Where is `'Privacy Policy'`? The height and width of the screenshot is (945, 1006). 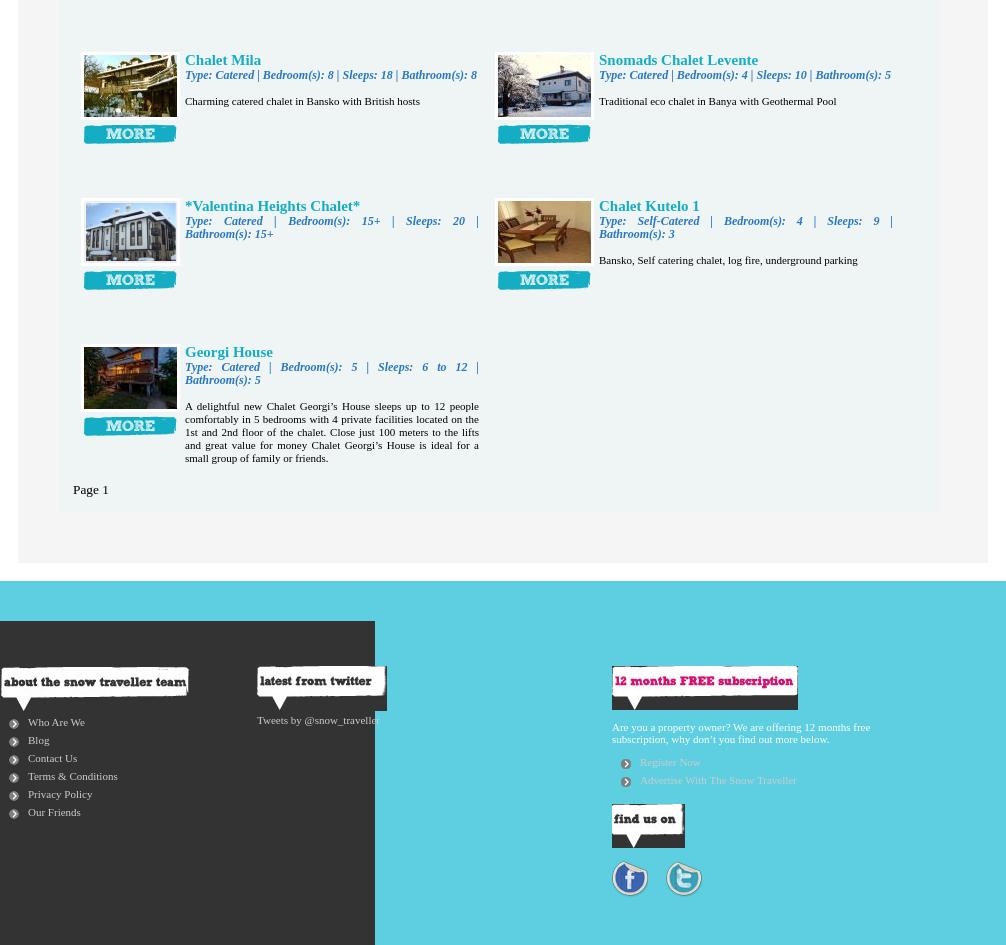 'Privacy Policy' is located at coordinates (59, 792).